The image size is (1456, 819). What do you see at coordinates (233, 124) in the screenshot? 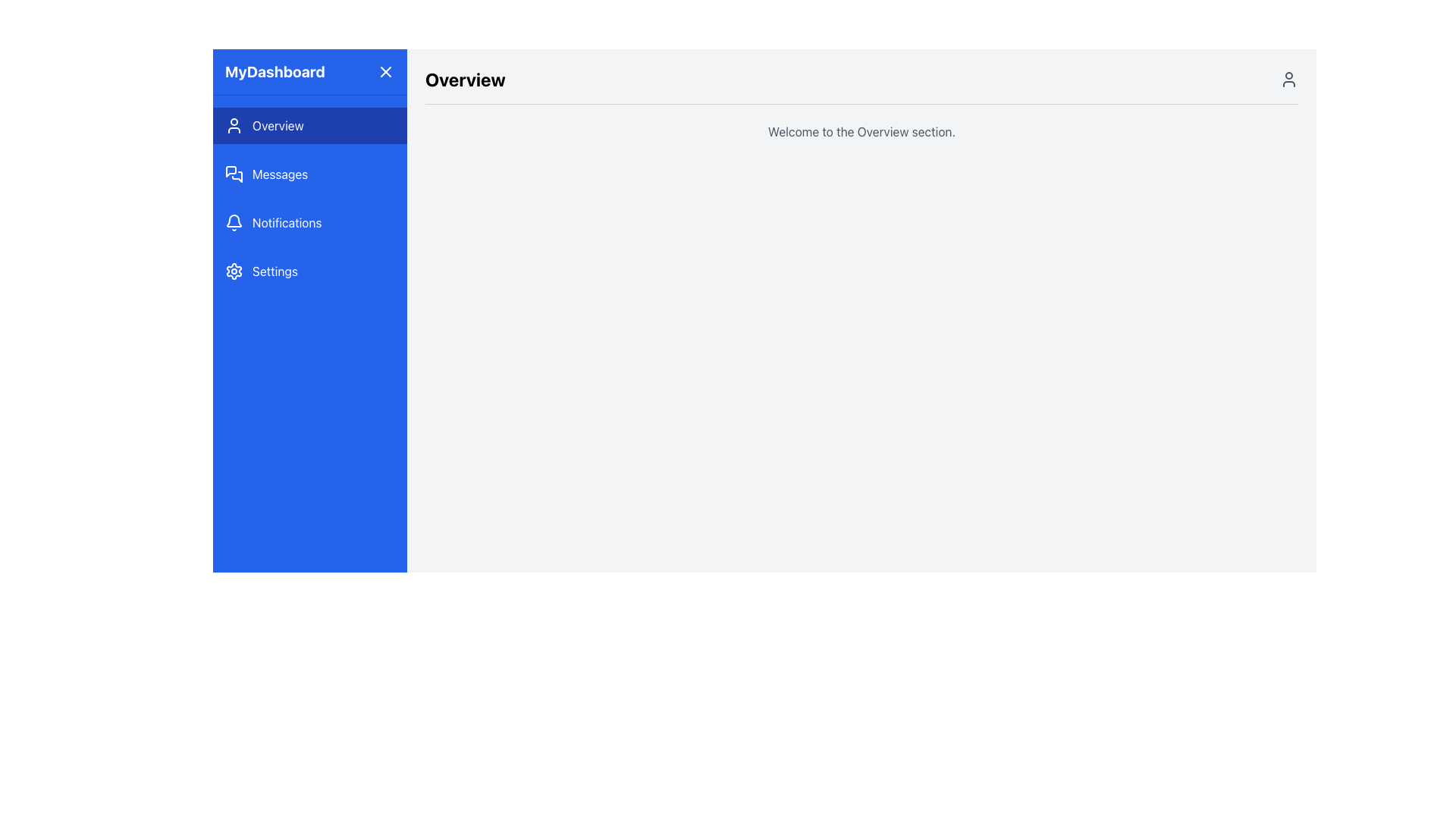
I see `the user icon, which is a white SVG graphic of a stylized person located in the vertical navigation menu on the left, next to the 'Overview' label` at bounding box center [233, 124].